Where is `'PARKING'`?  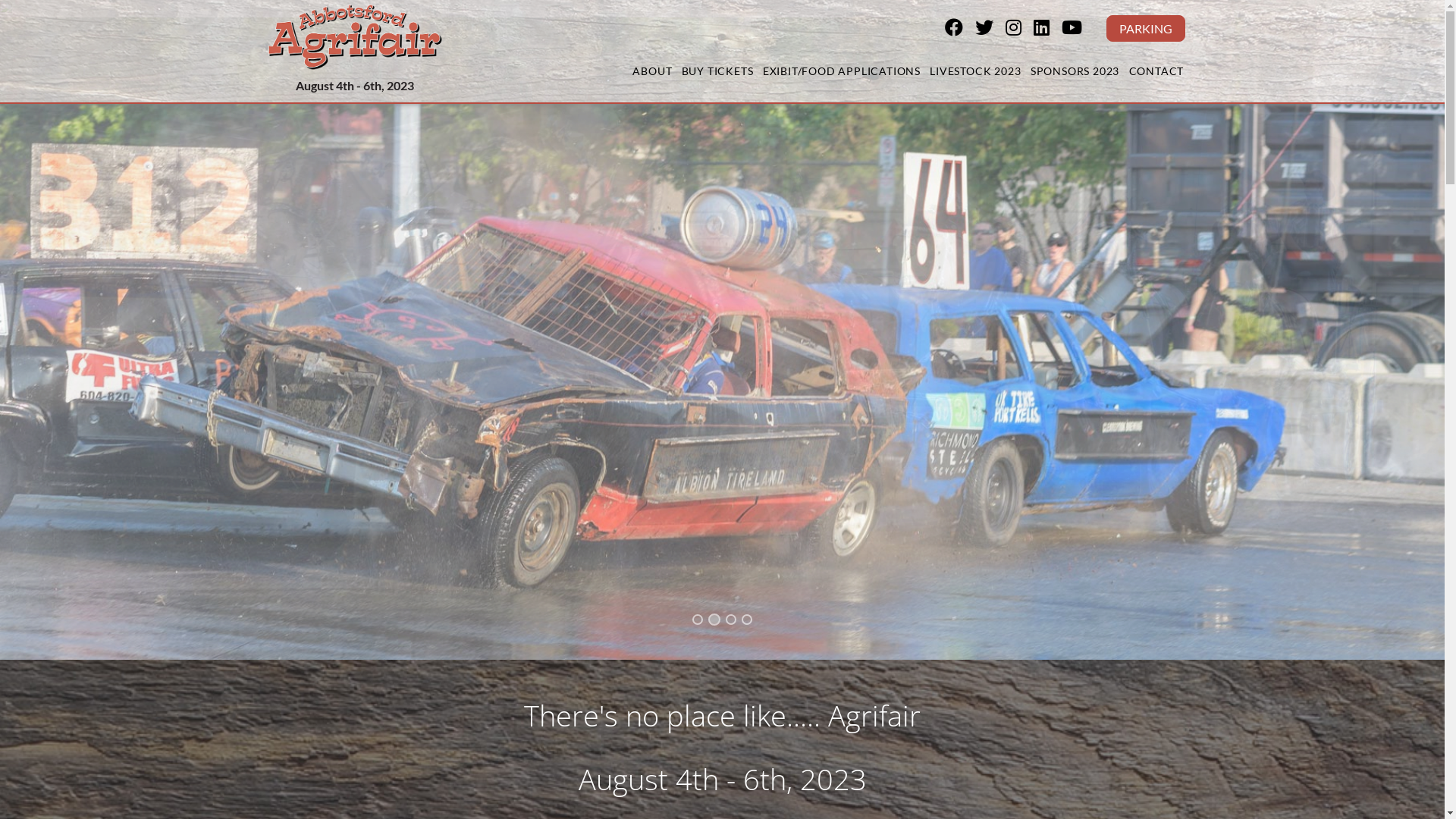
'PARKING' is located at coordinates (1145, 28).